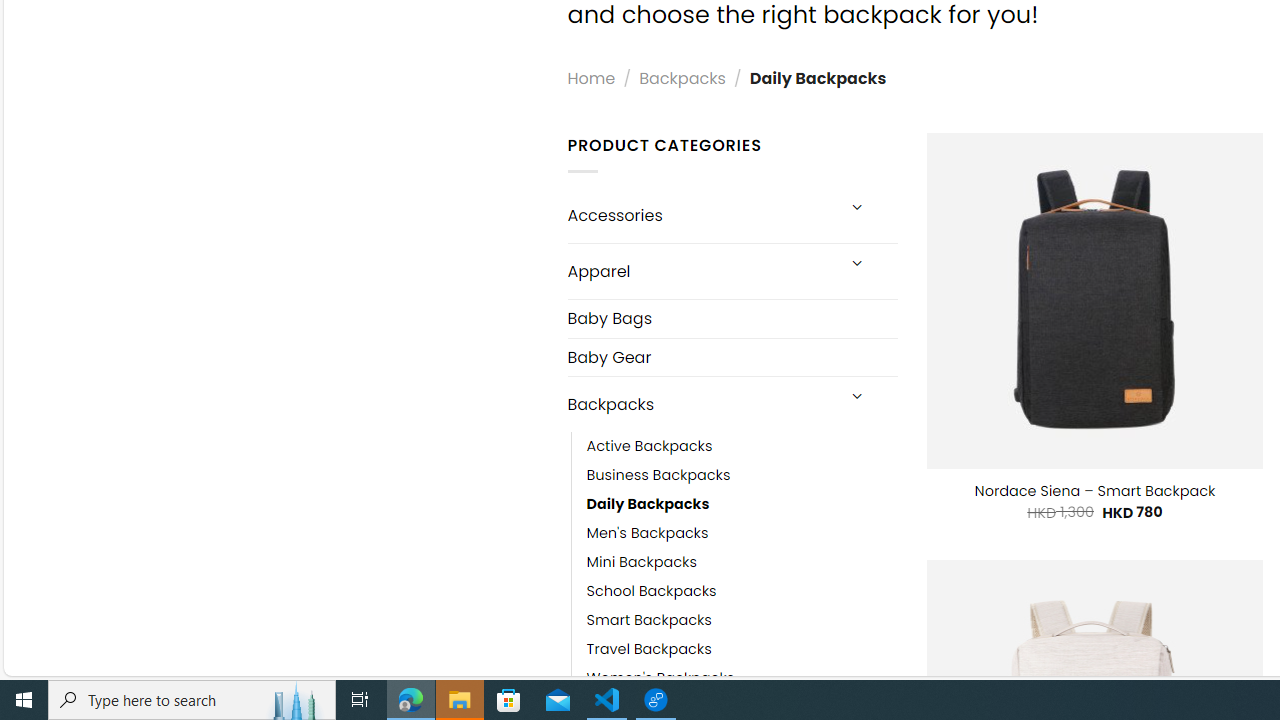 This screenshot has width=1280, height=720. Describe the element at coordinates (651, 590) in the screenshot. I see `'School Backpacks'` at that location.